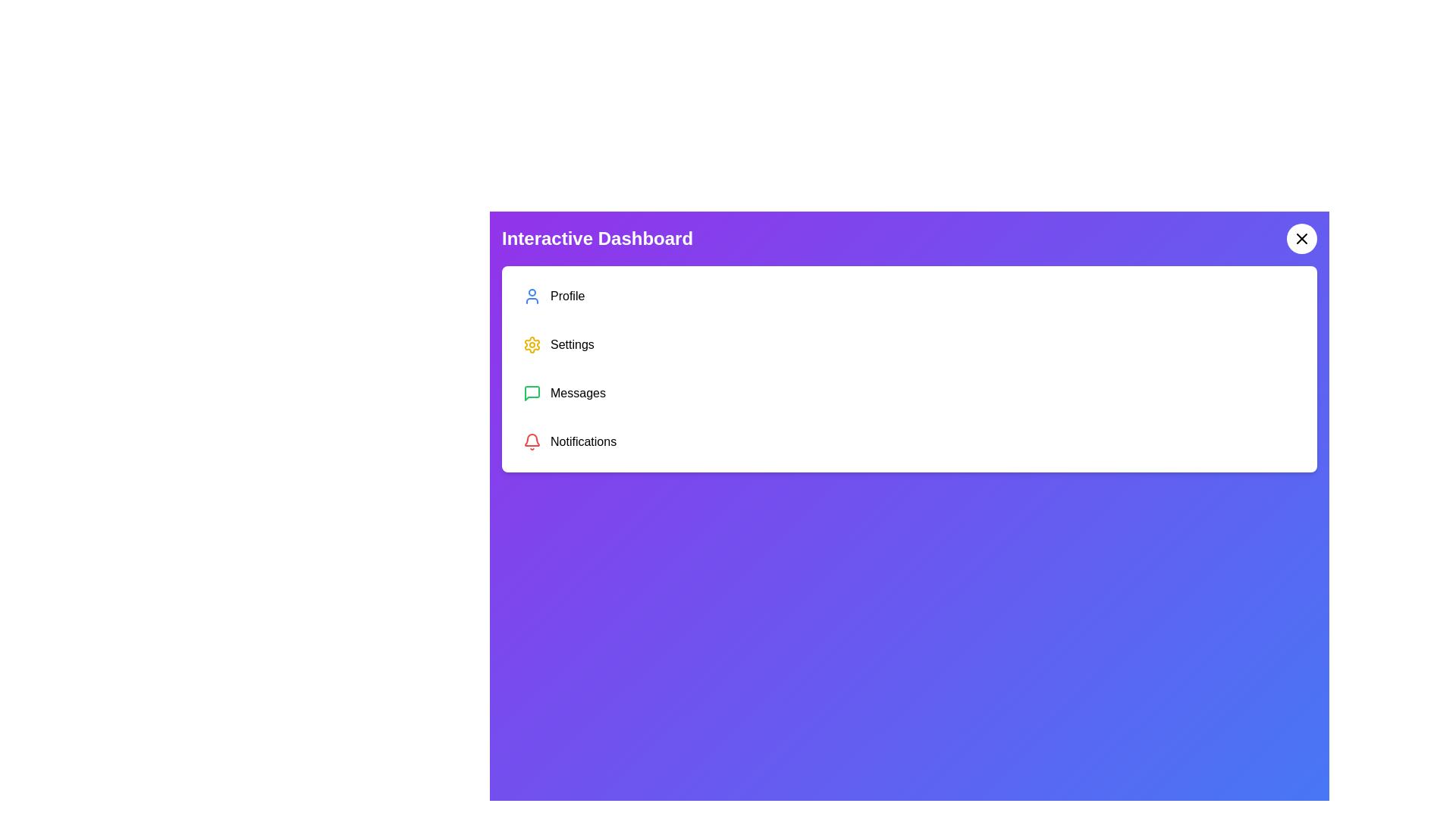  Describe the element at coordinates (532, 345) in the screenshot. I see `the settings gear icon, which is outlined in yellow and located next to the 'Settings' label in the second row of the dashboard's menu` at that location.